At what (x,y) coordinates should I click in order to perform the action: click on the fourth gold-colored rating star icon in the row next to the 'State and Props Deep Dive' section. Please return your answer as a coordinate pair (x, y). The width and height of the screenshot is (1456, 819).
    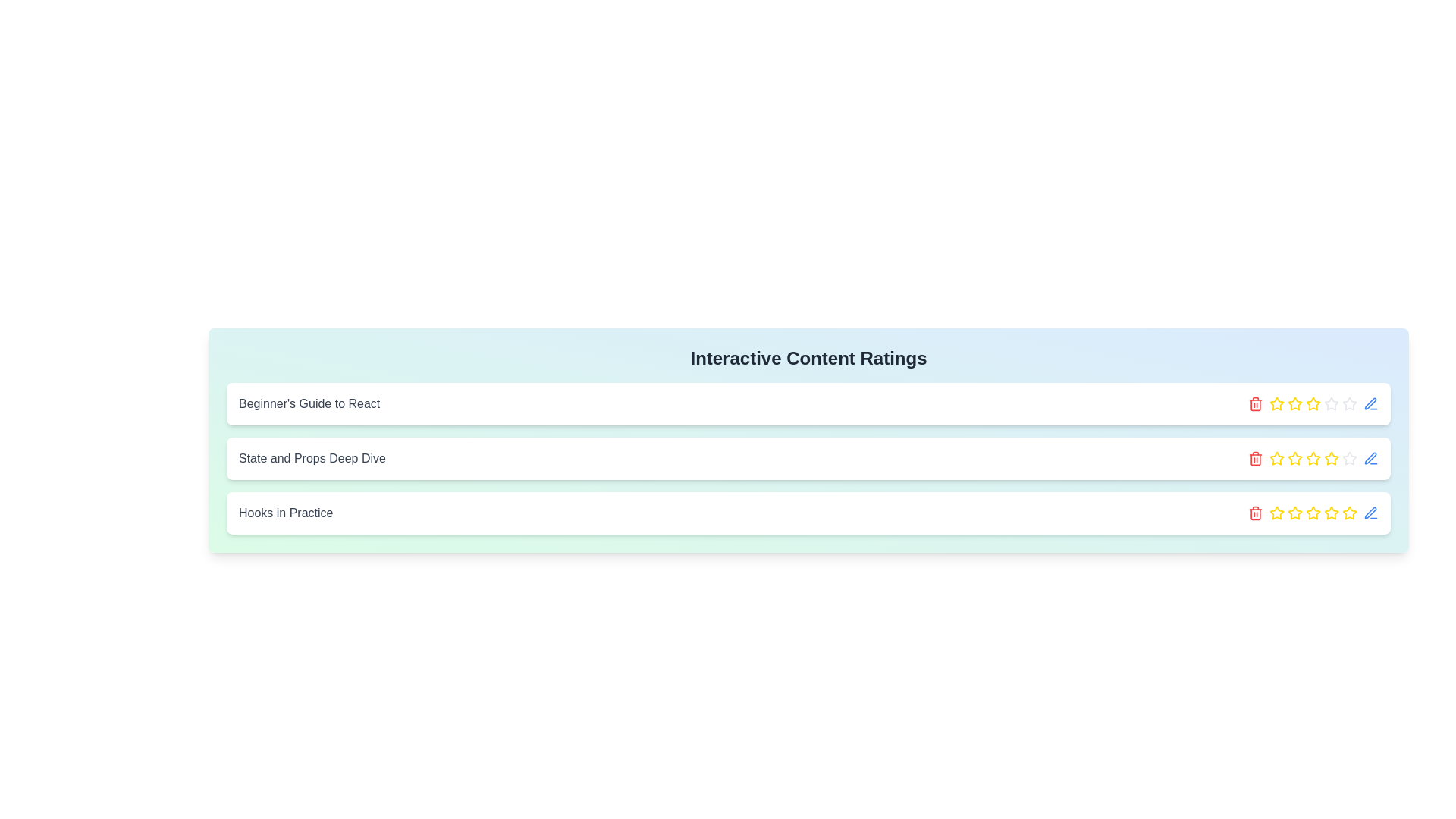
    Looking at the image, I should click on (1313, 403).